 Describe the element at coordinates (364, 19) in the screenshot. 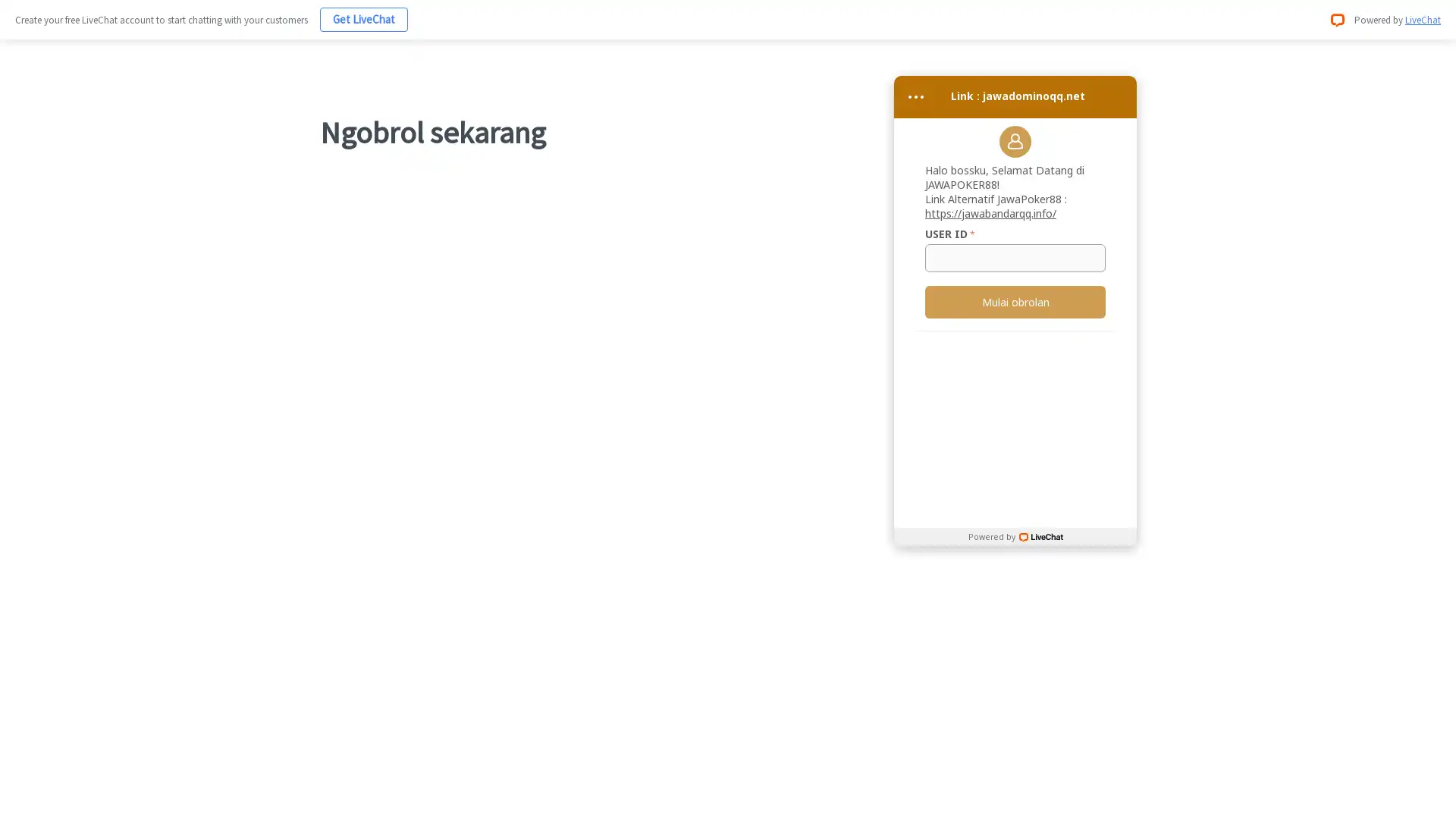

I see `Get LiveChat` at that location.